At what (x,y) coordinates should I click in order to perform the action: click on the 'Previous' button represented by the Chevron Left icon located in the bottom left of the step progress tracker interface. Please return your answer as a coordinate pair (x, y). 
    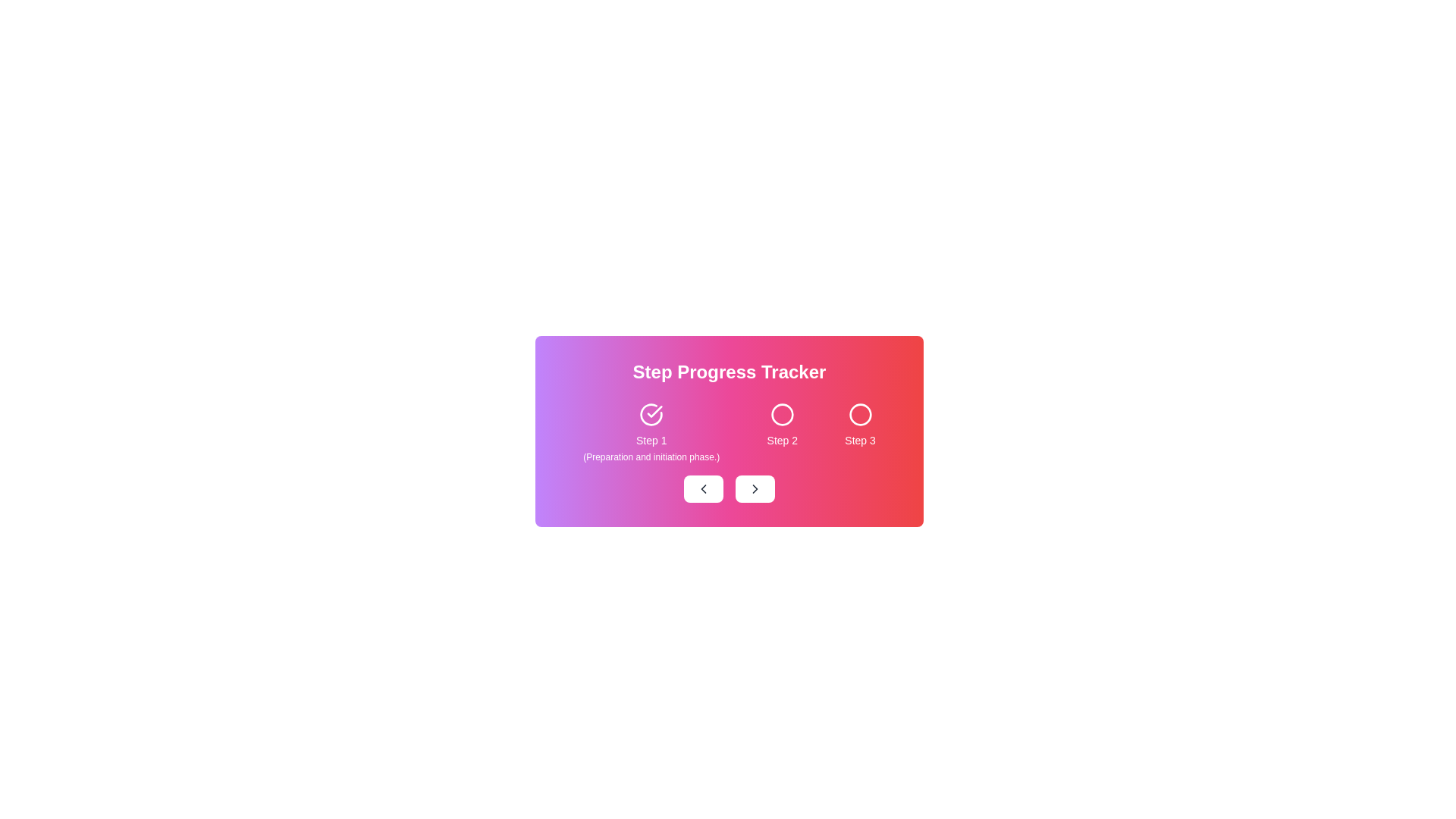
    Looking at the image, I should click on (702, 488).